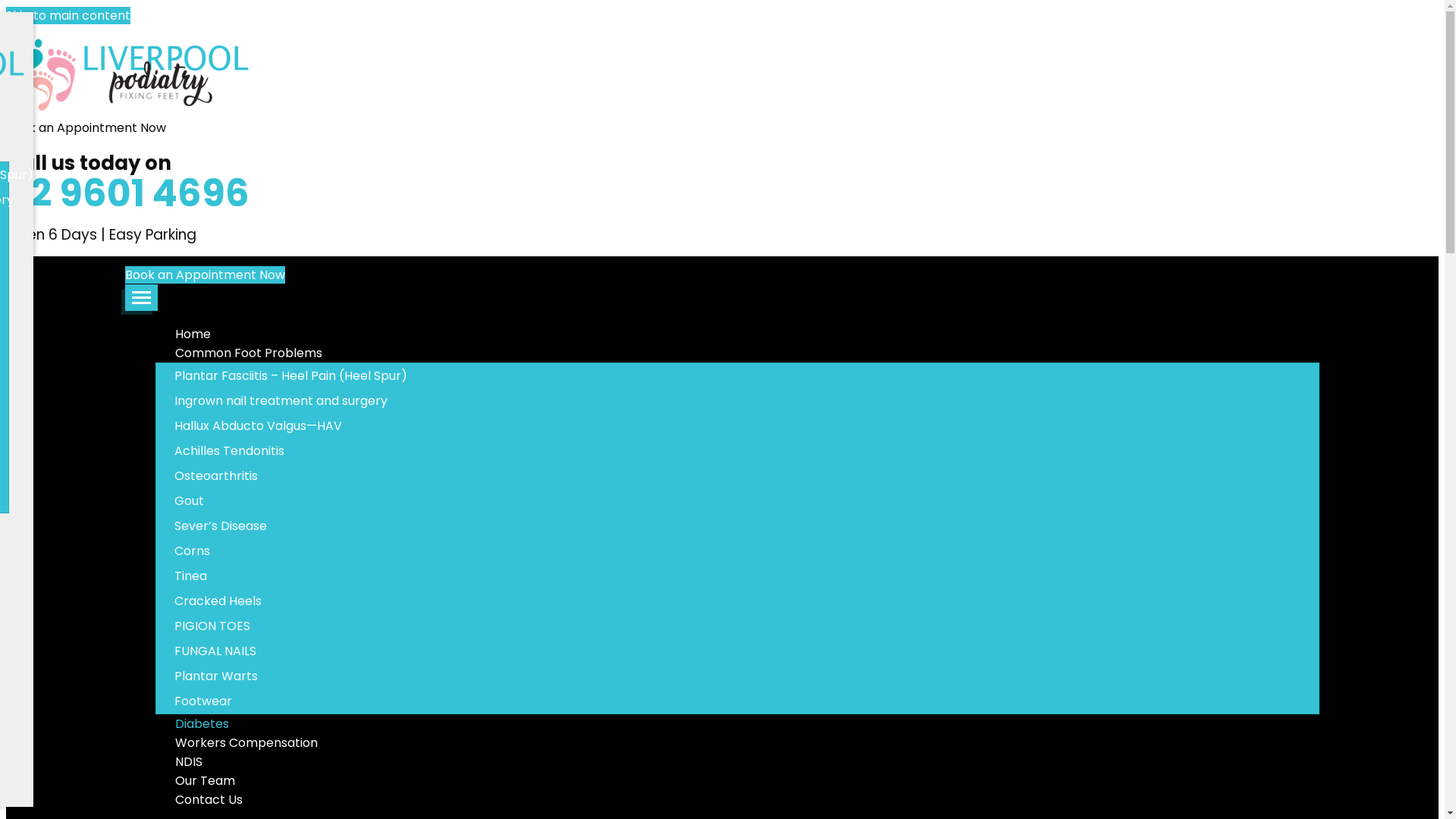 This screenshot has height=819, width=1456. I want to click on 'Workers Compensation', so click(155, 742).